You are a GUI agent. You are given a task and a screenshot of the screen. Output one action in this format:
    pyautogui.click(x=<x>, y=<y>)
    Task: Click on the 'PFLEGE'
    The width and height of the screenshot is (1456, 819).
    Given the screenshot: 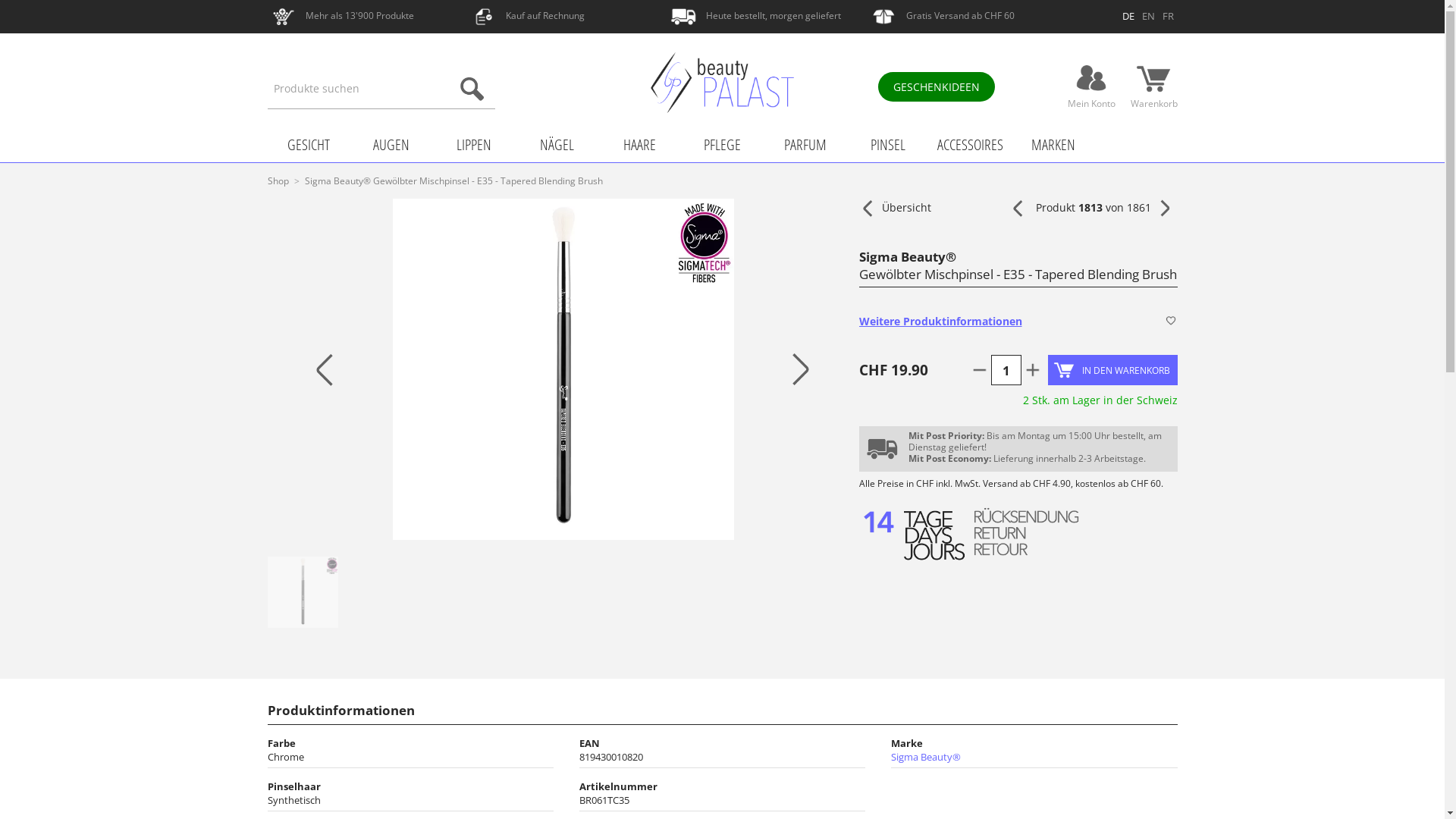 What is the action you would take?
    pyautogui.click(x=721, y=146)
    